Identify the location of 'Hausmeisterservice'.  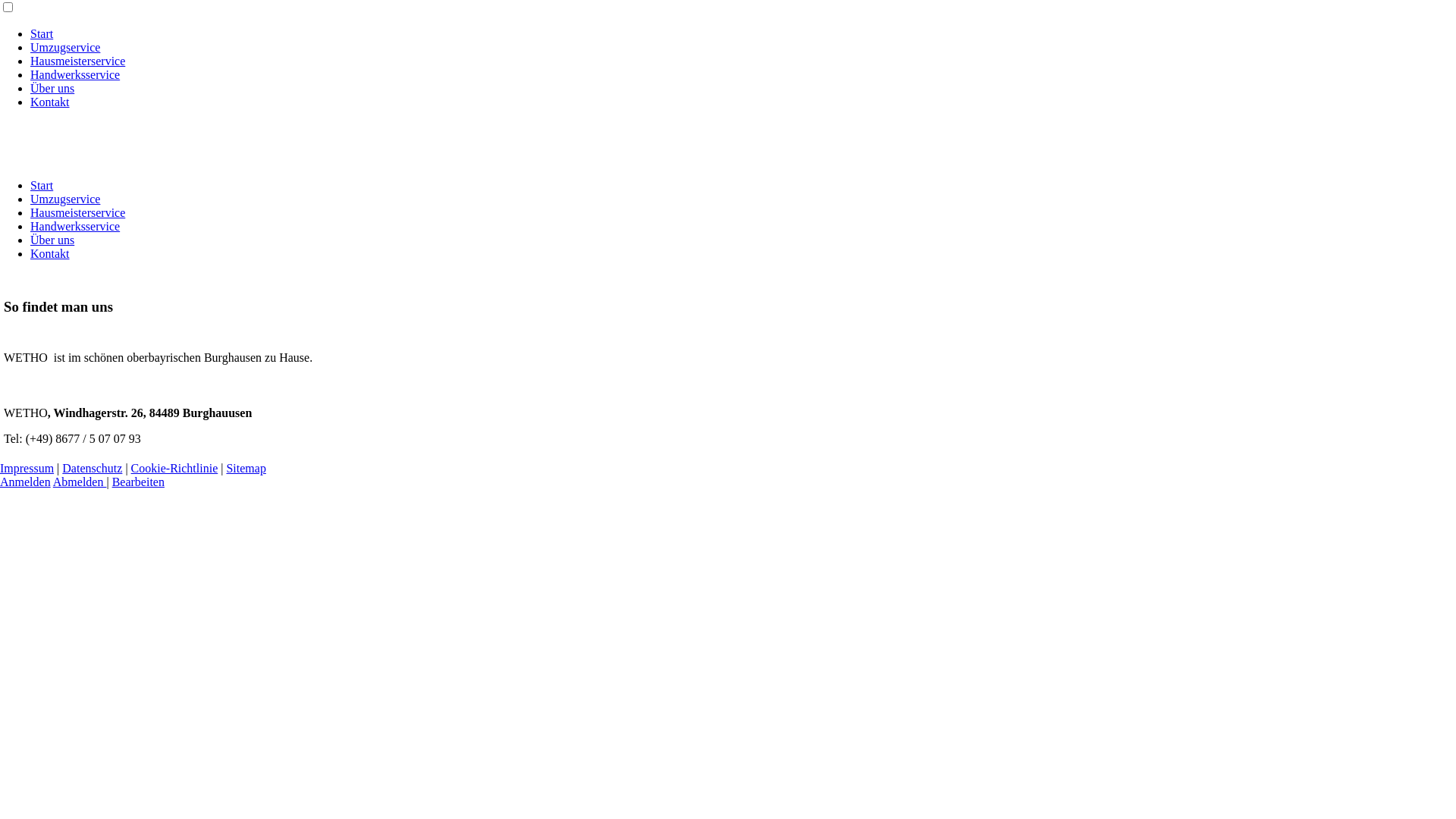
(77, 212).